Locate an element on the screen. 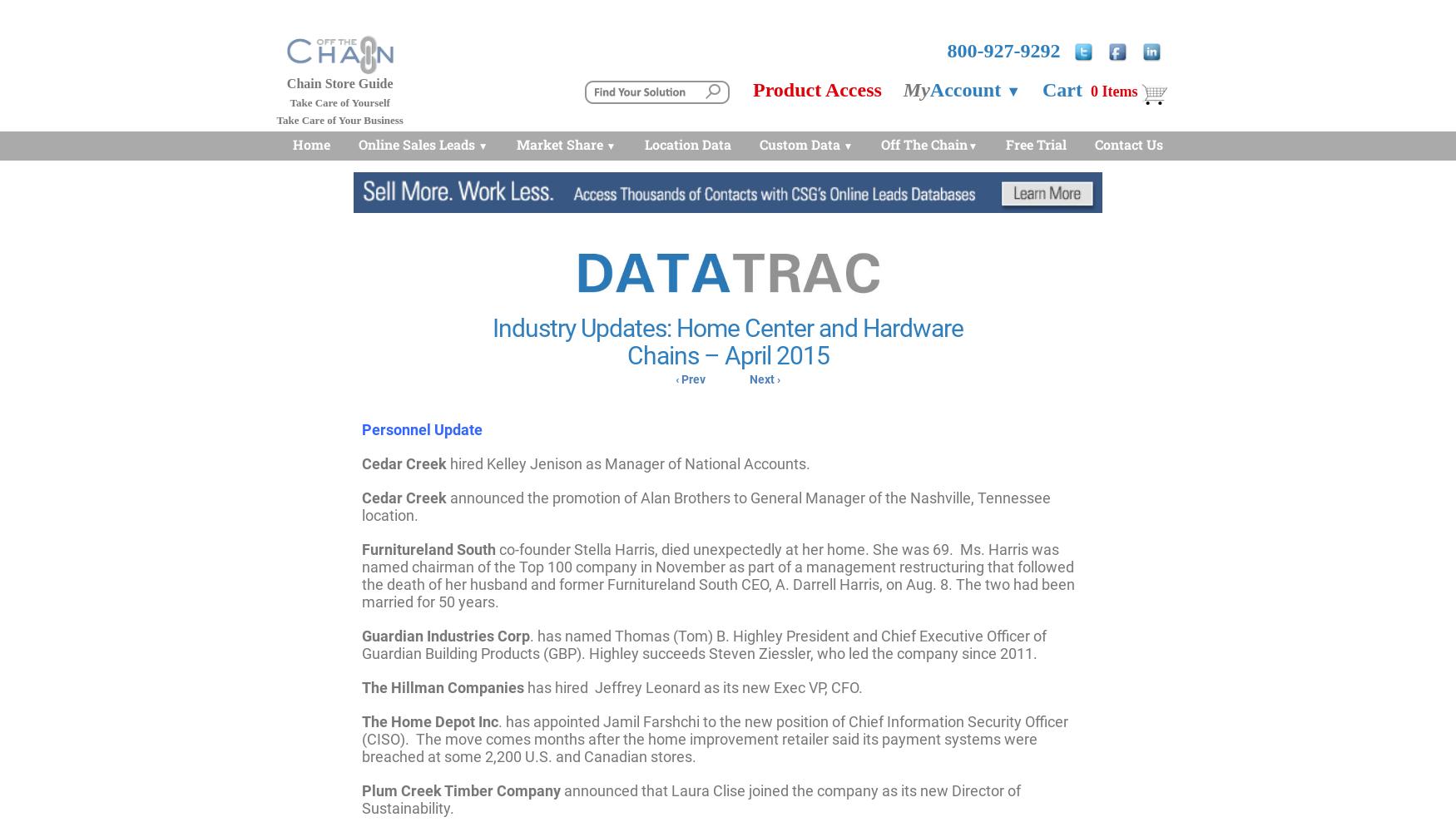 The height and width of the screenshot is (827, 1456). 'Market Share' is located at coordinates (559, 144).